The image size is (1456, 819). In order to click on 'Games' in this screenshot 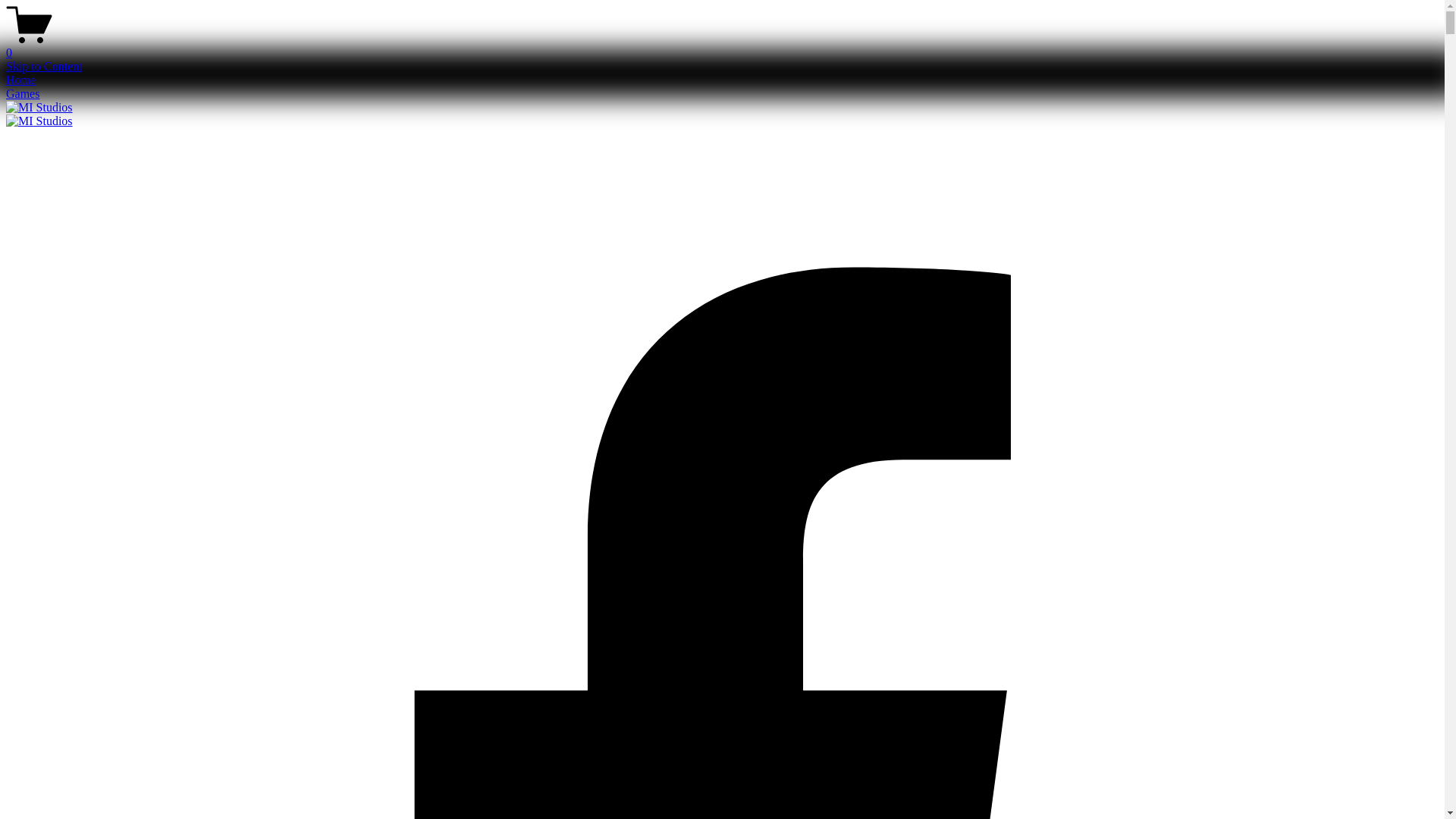, I will do `click(22, 93)`.